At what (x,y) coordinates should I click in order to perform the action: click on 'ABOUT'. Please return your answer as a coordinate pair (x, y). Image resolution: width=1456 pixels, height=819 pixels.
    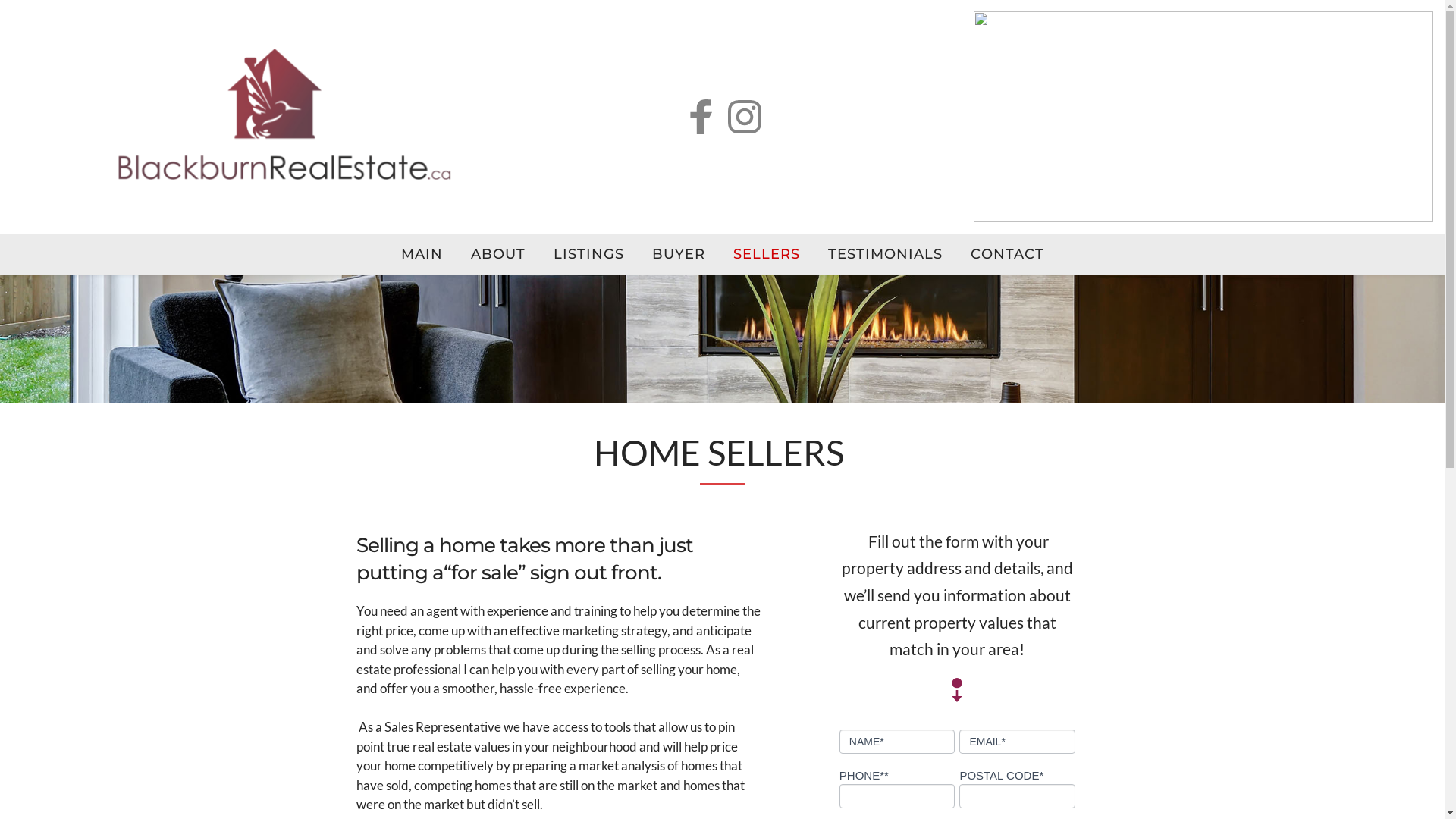
    Looking at the image, I should click on (498, 253).